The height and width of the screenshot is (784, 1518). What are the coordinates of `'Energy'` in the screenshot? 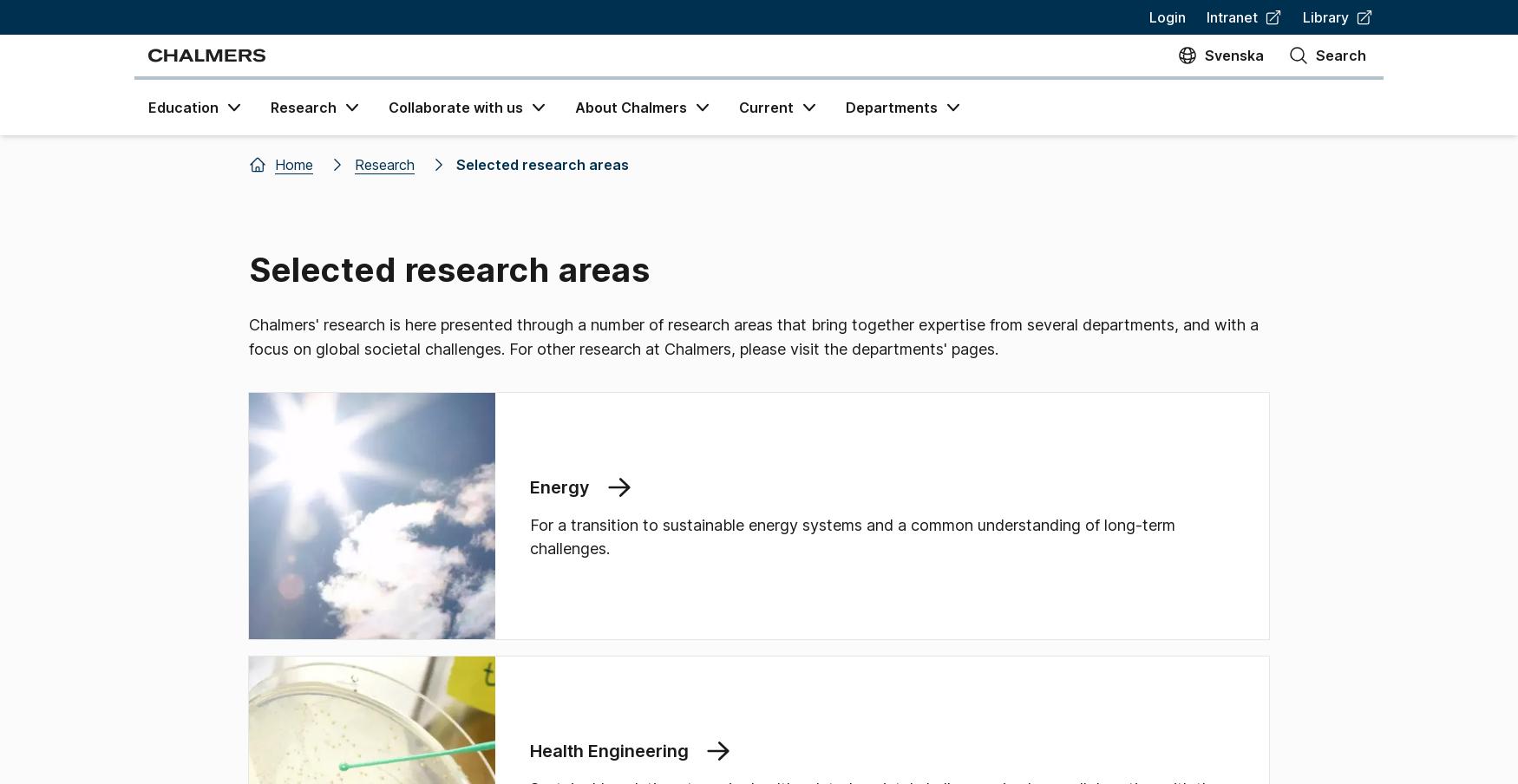 It's located at (559, 487).